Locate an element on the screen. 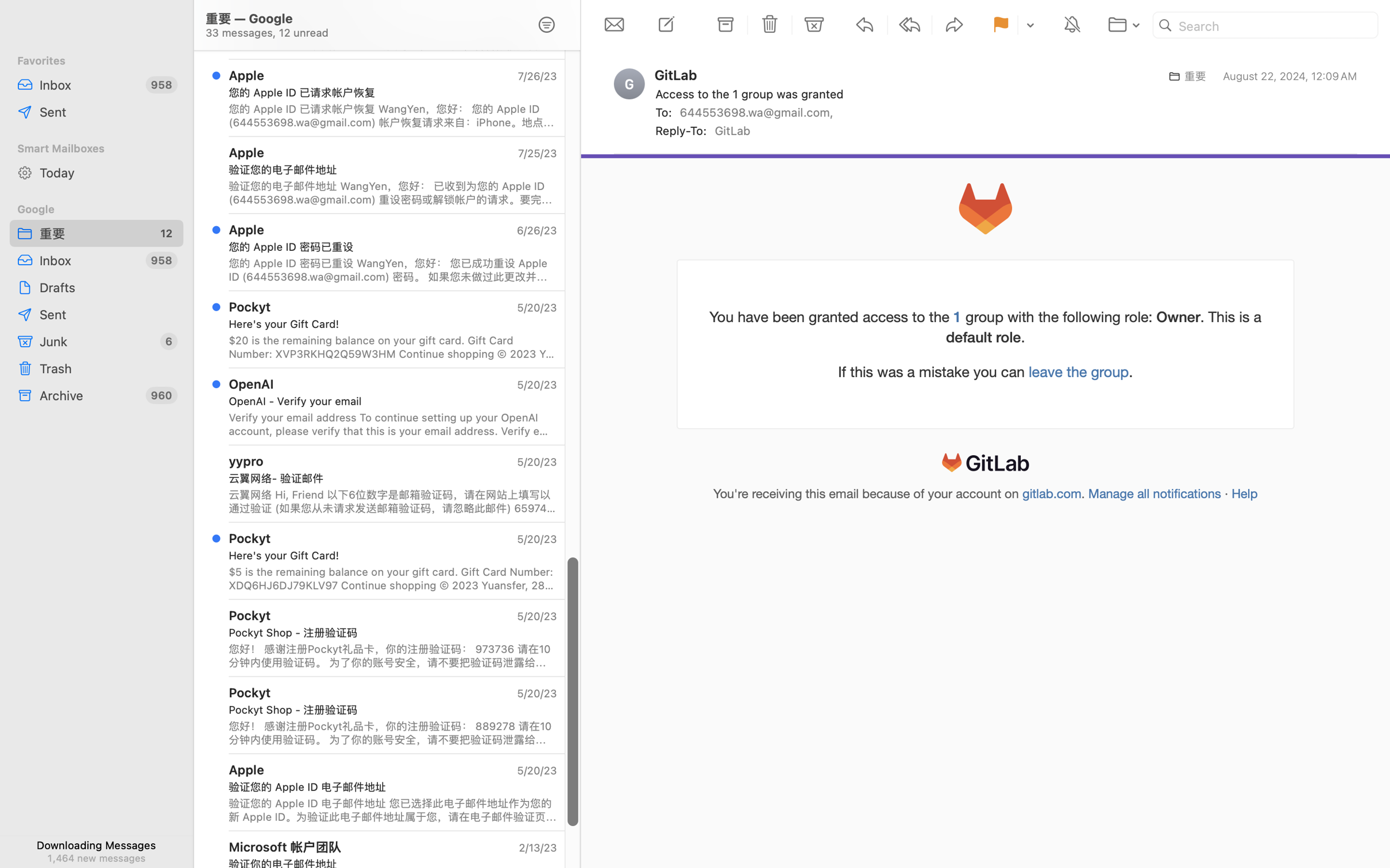 This screenshot has width=1390, height=868. 'Owner' is located at coordinates (1177, 315).